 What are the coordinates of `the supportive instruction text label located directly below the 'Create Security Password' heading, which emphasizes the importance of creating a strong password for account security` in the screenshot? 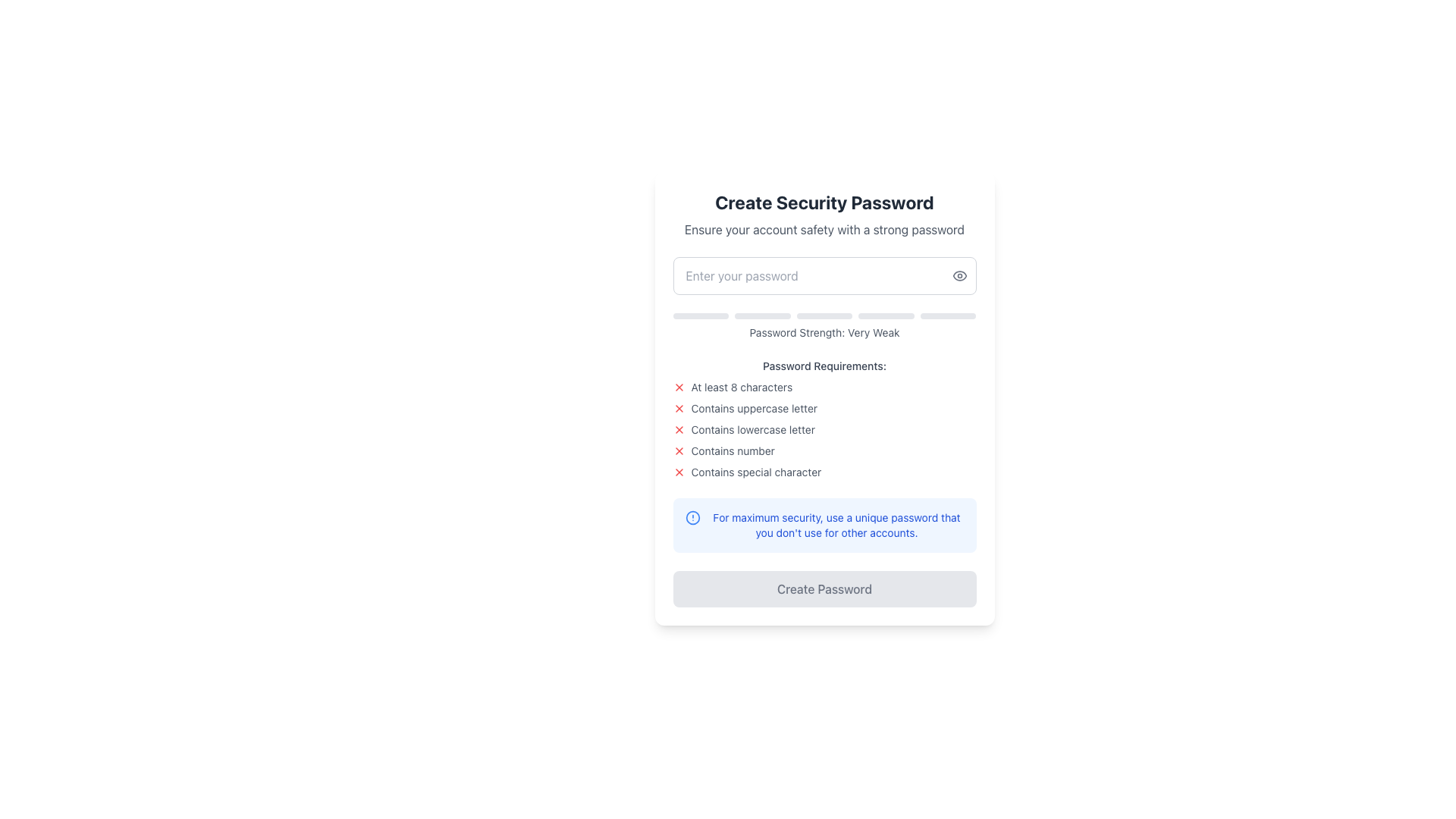 It's located at (824, 230).